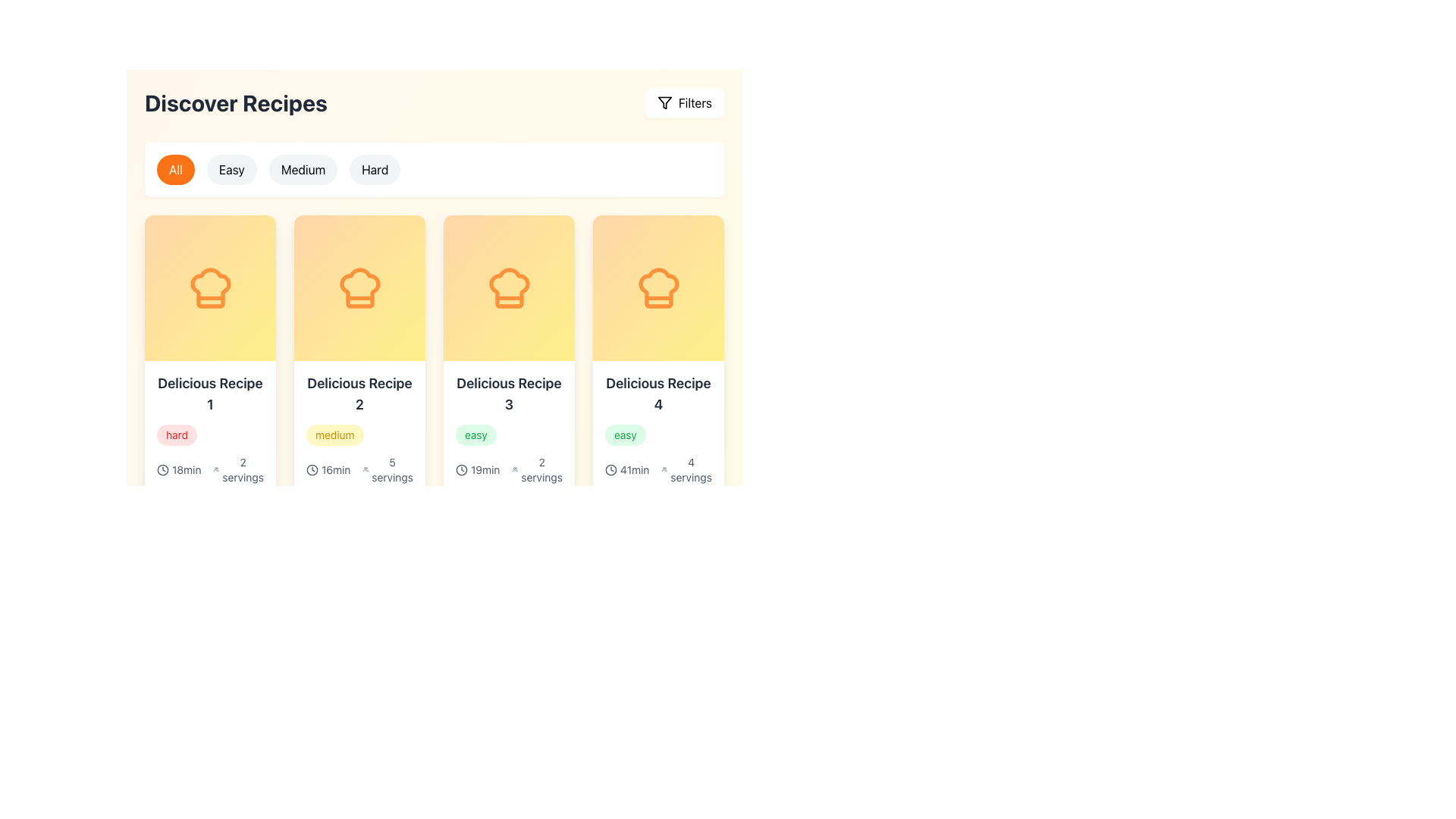 Image resolution: width=1456 pixels, height=819 pixels. I want to click on clock icon component located at the bottom-left corner of the second recipe card in the displayed grid for additional details, so click(163, 469).